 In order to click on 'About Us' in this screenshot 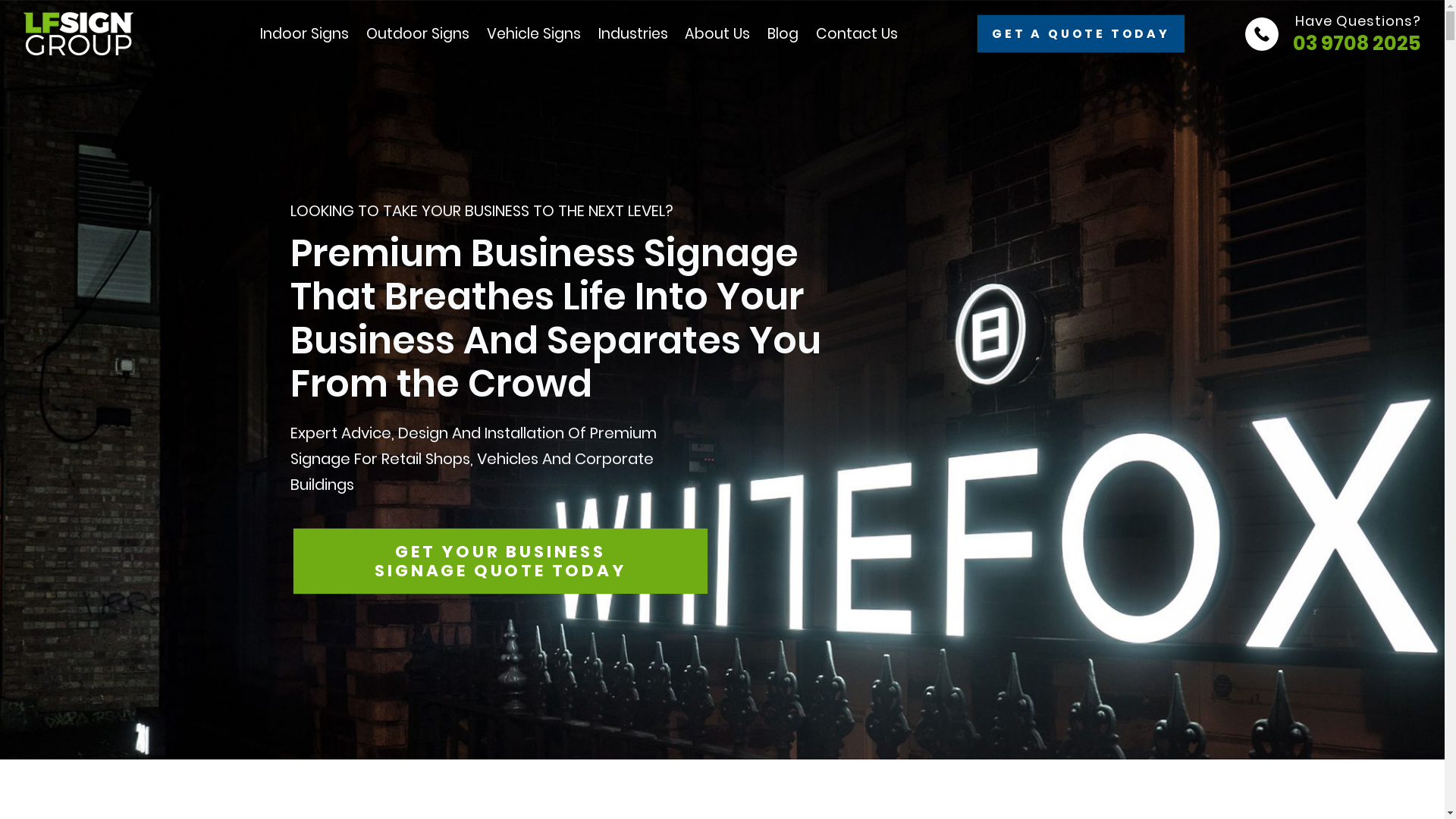, I will do `click(683, 33)`.